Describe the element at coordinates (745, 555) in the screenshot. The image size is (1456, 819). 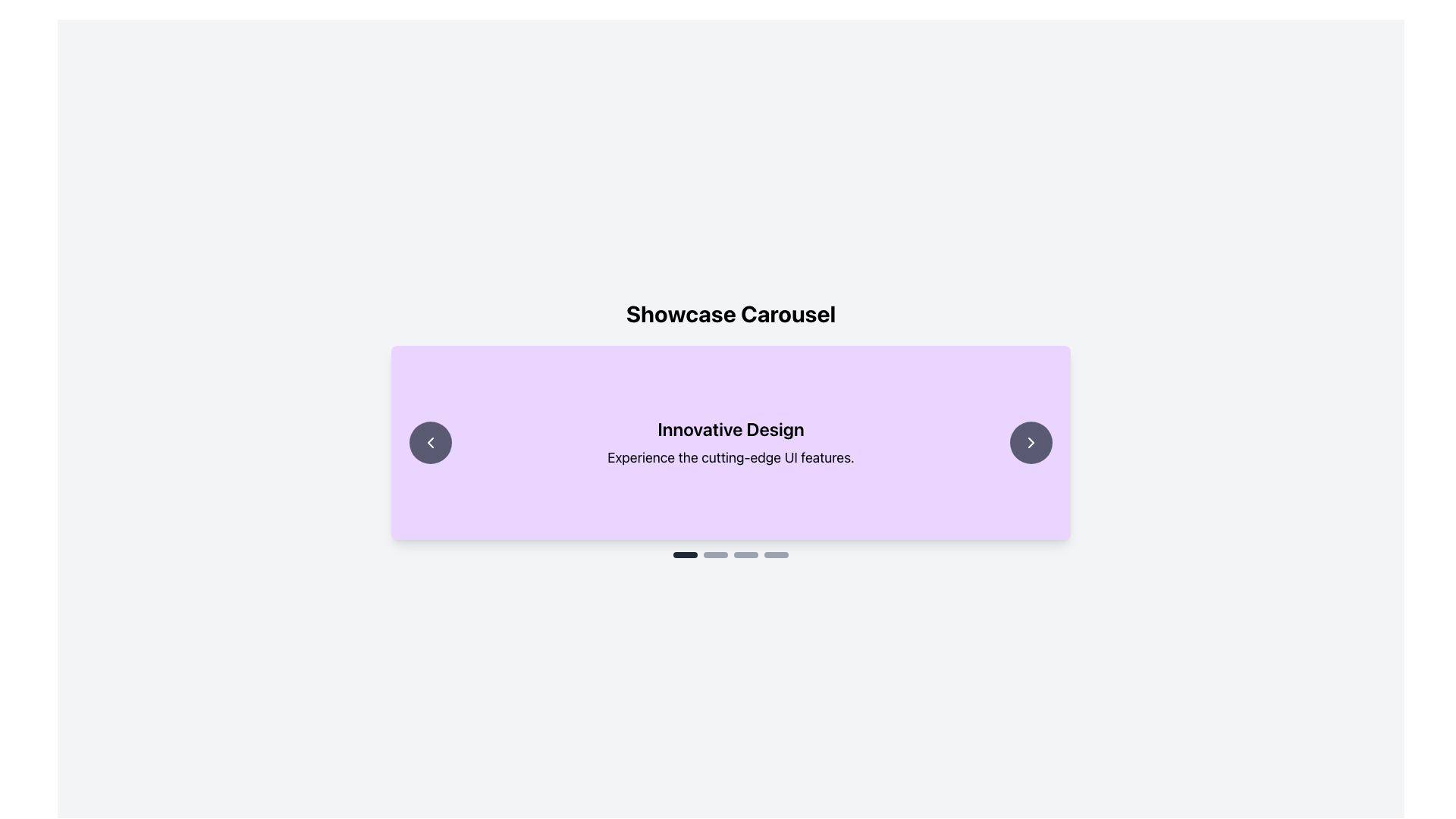
I see `the third carousel navigation indicator, which is a small horizontal bar with rounded ends, located below the 'Innovative Design' section` at that location.